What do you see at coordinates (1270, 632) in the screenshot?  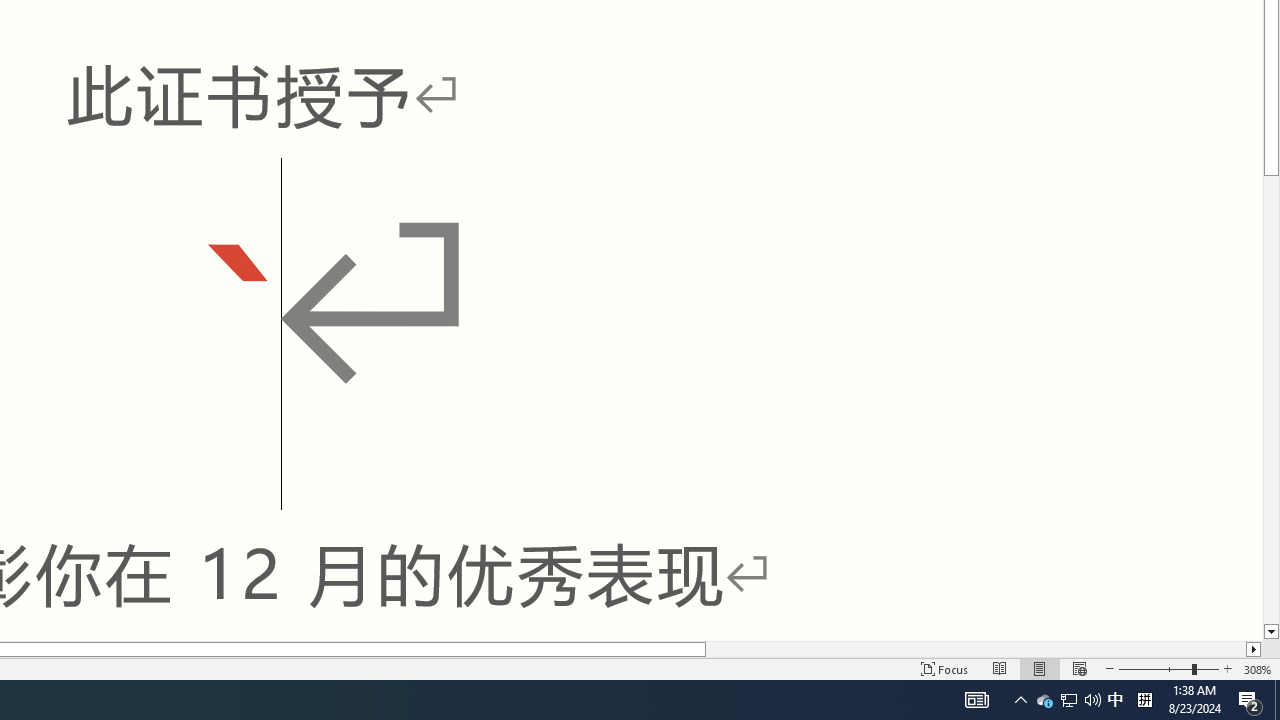 I see `'Line down'` at bounding box center [1270, 632].